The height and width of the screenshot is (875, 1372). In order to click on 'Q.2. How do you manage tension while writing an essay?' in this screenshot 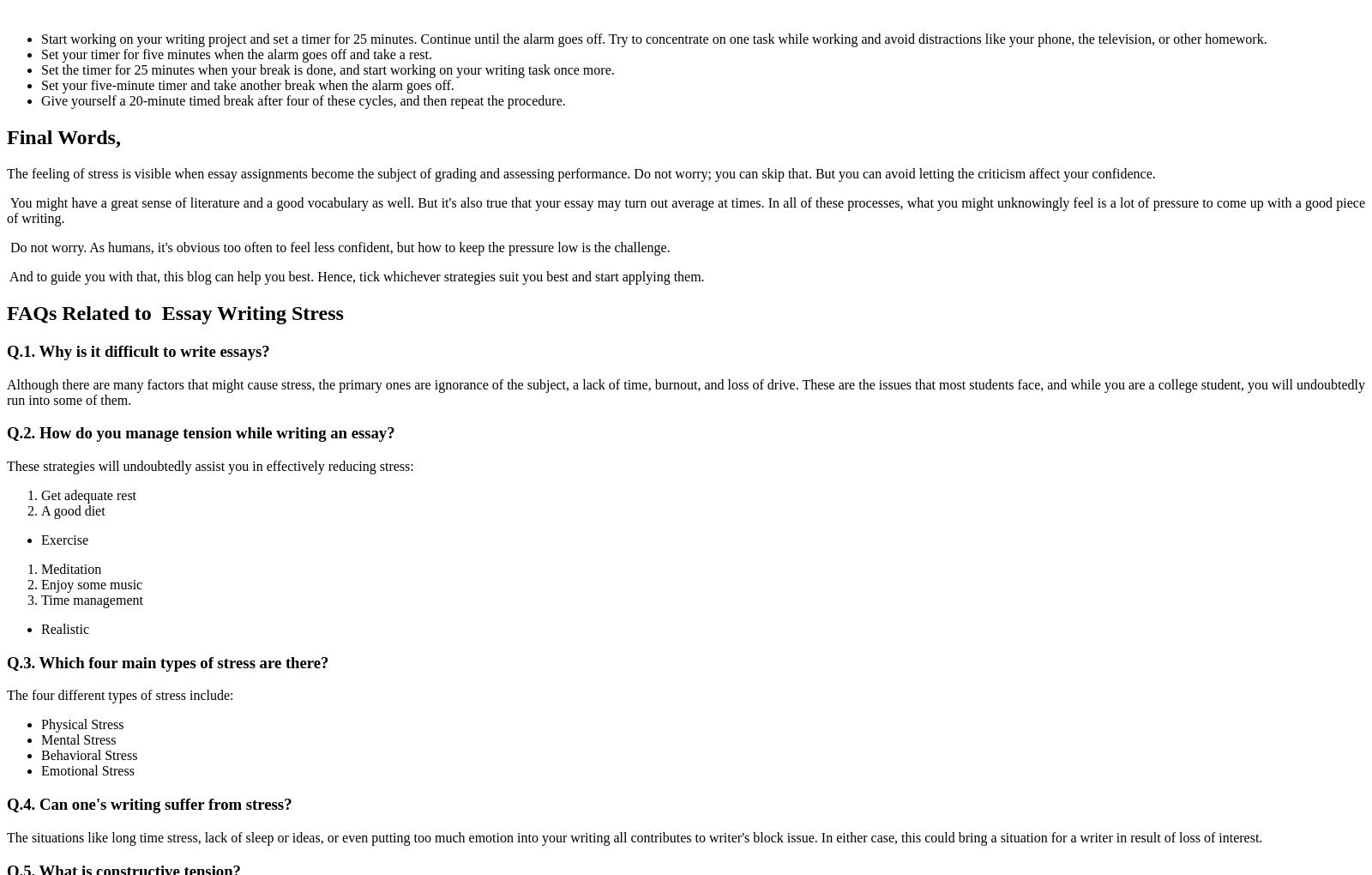, I will do `click(200, 432)`.